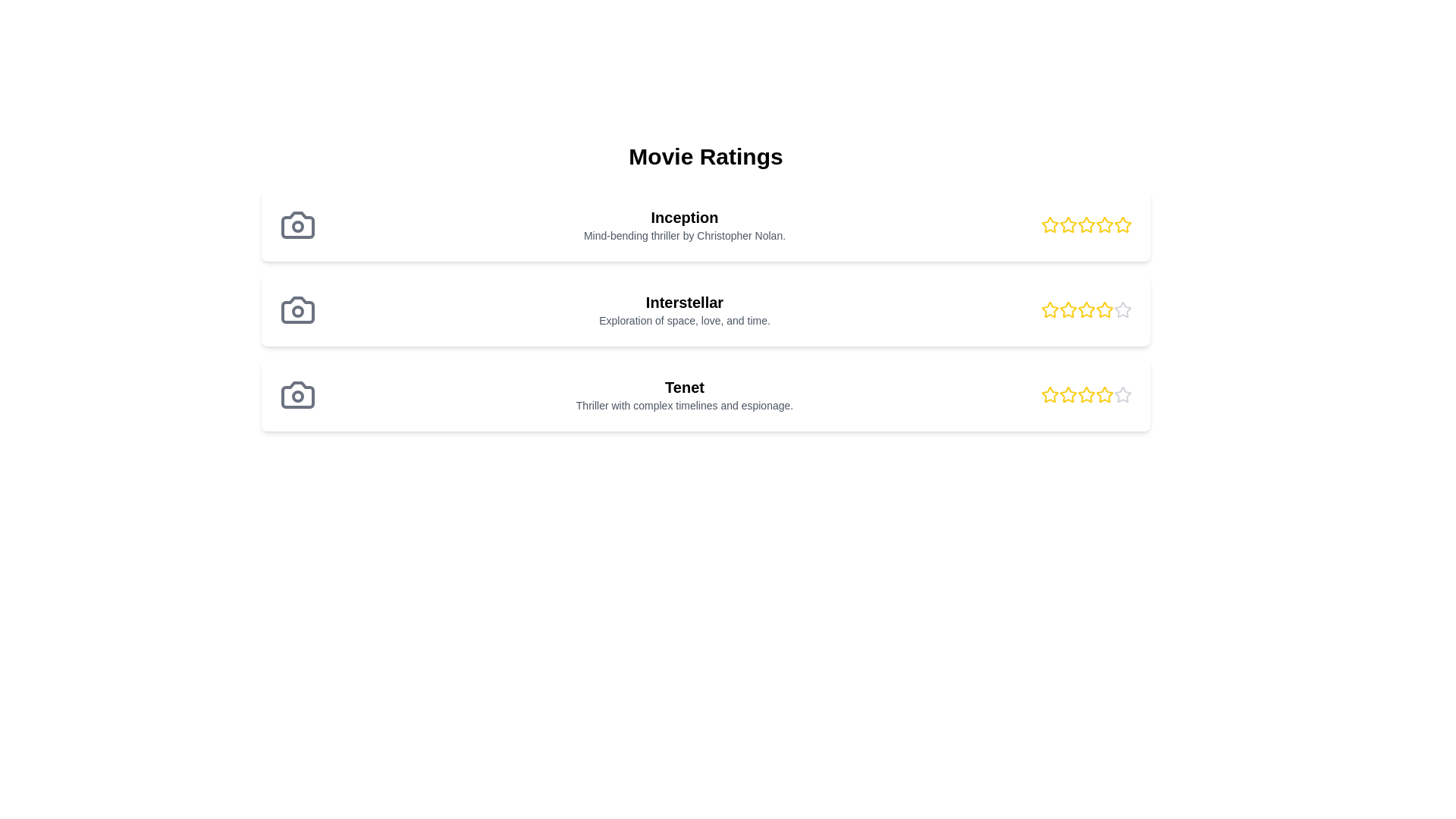 This screenshot has height=819, width=1456. What do you see at coordinates (1086, 394) in the screenshot?
I see `the interactive star icon for the rating mechanism associated with the 'Tenet' movie entry` at bounding box center [1086, 394].